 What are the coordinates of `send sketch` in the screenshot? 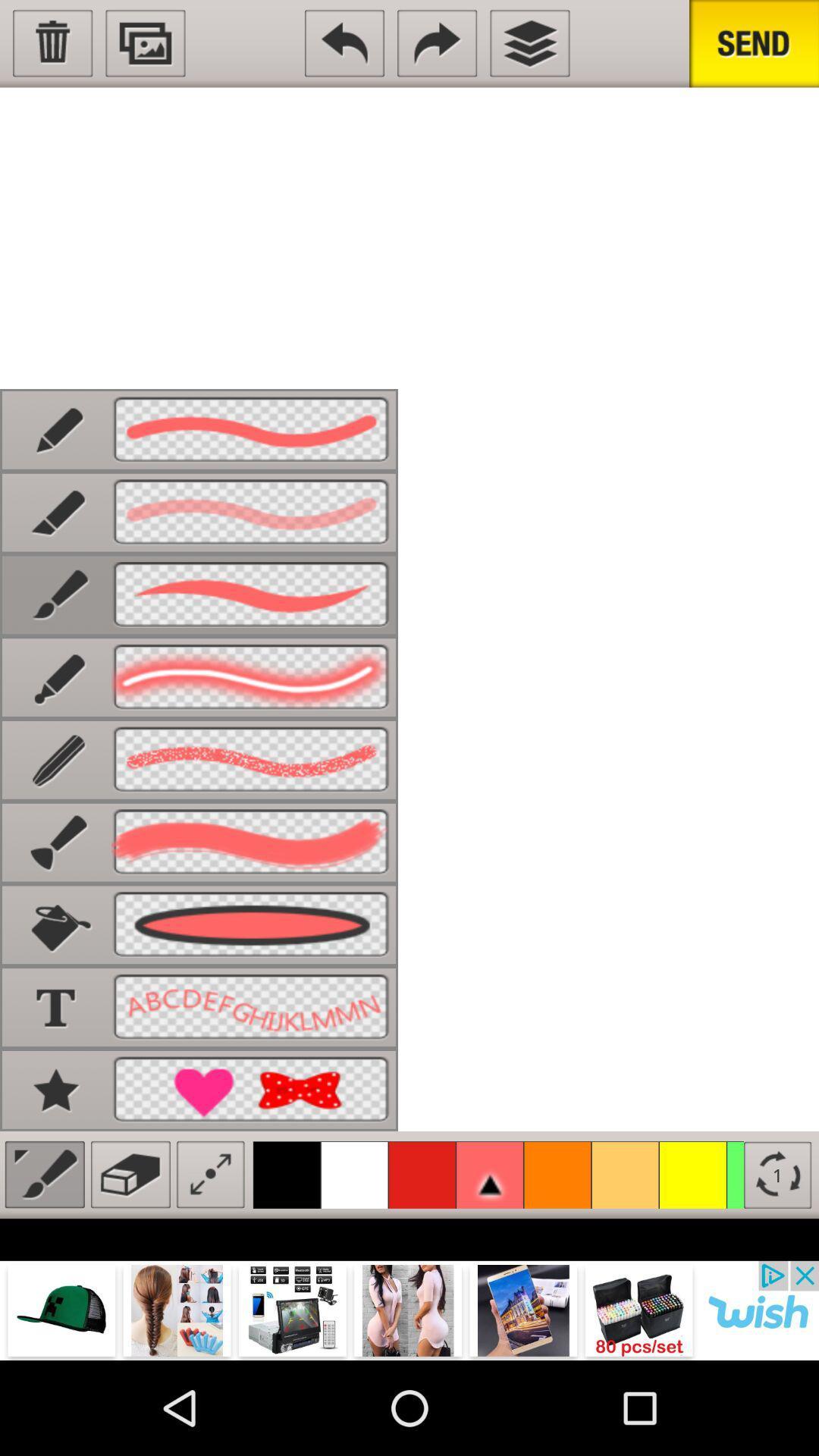 It's located at (754, 43).